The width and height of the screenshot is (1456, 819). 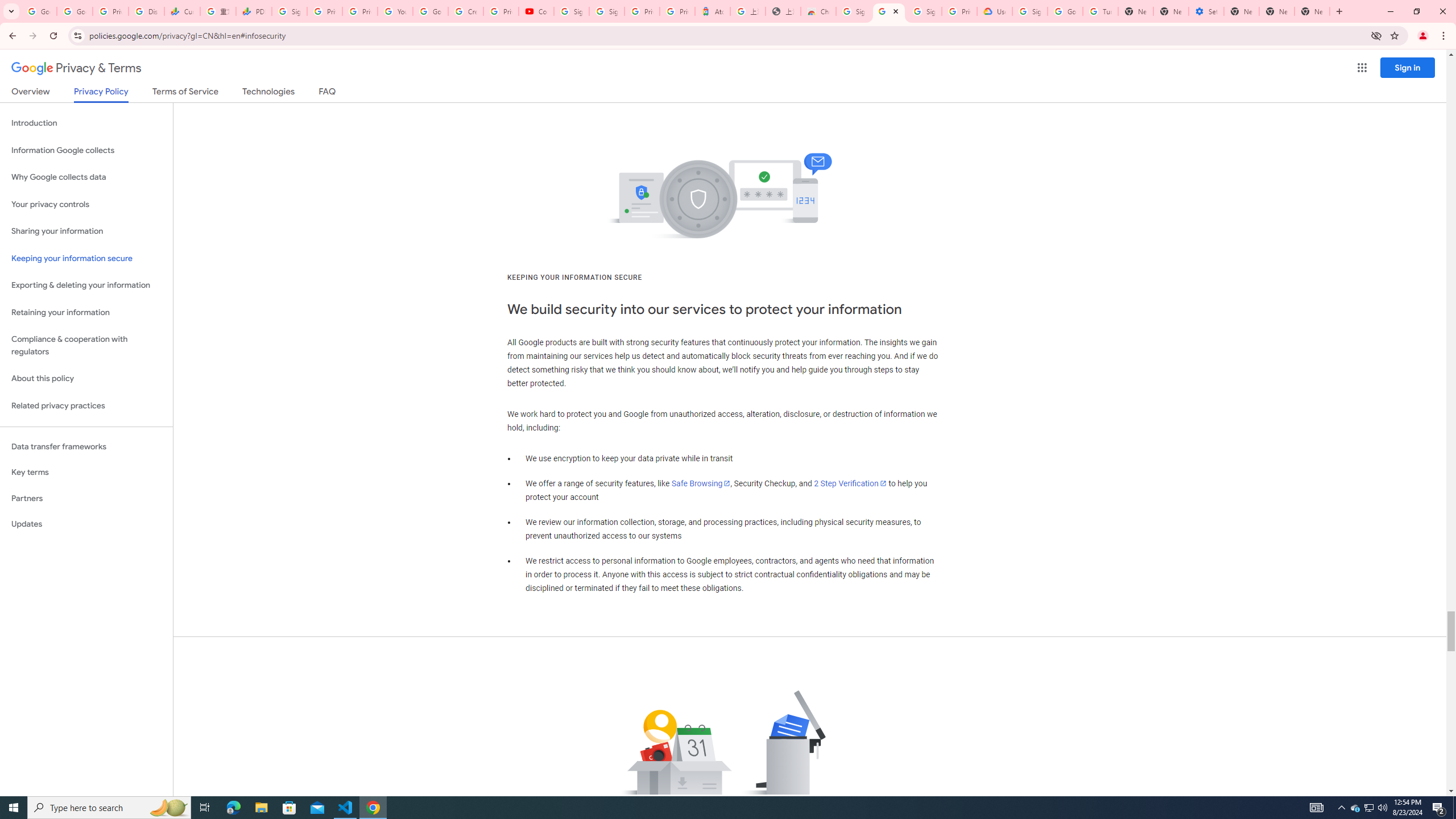 I want to click on 'Sign in - Google Accounts', so click(x=923, y=11).